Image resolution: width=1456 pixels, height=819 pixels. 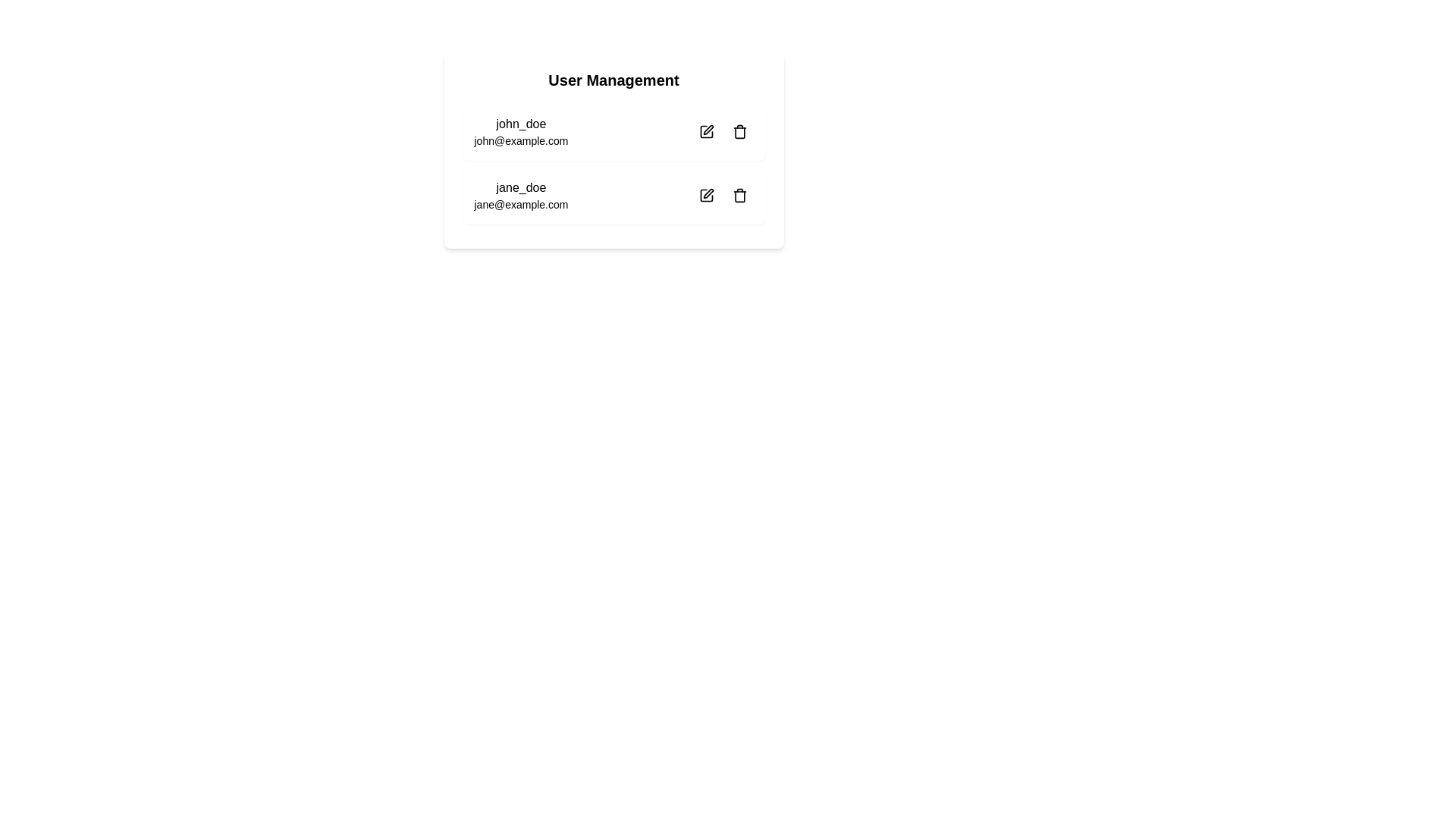 What do you see at coordinates (739, 132) in the screenshot?
I see `the central part of the trash bin icon, which signifies the delete functionality and is positioned on the right side of the first user entry` at bounding box center [739, 132].